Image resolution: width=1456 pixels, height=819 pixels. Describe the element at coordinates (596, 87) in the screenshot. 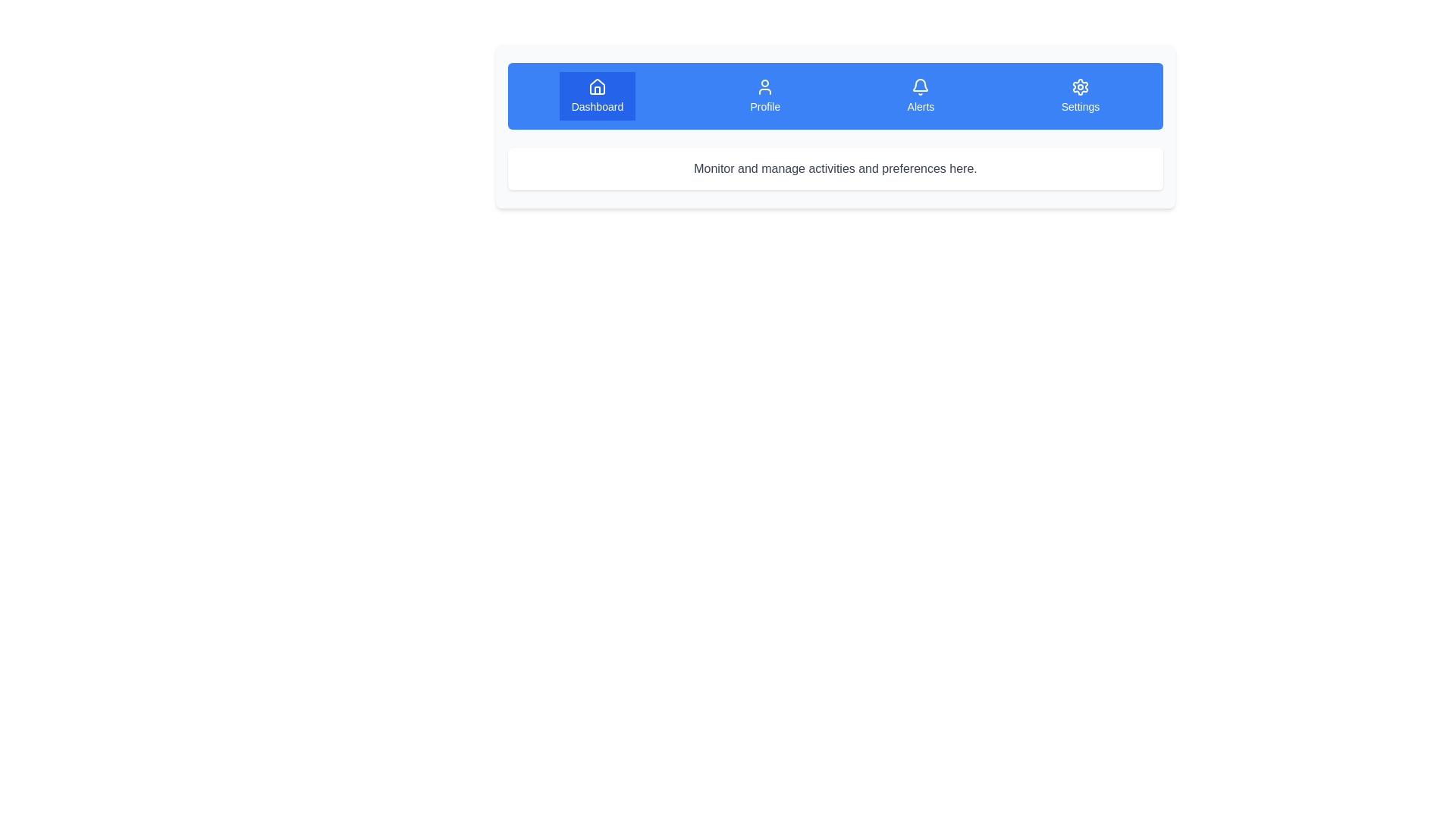

I see `the house icon located at the top-left corner of the 'Dashboard' button in the navigation bar` at that location.